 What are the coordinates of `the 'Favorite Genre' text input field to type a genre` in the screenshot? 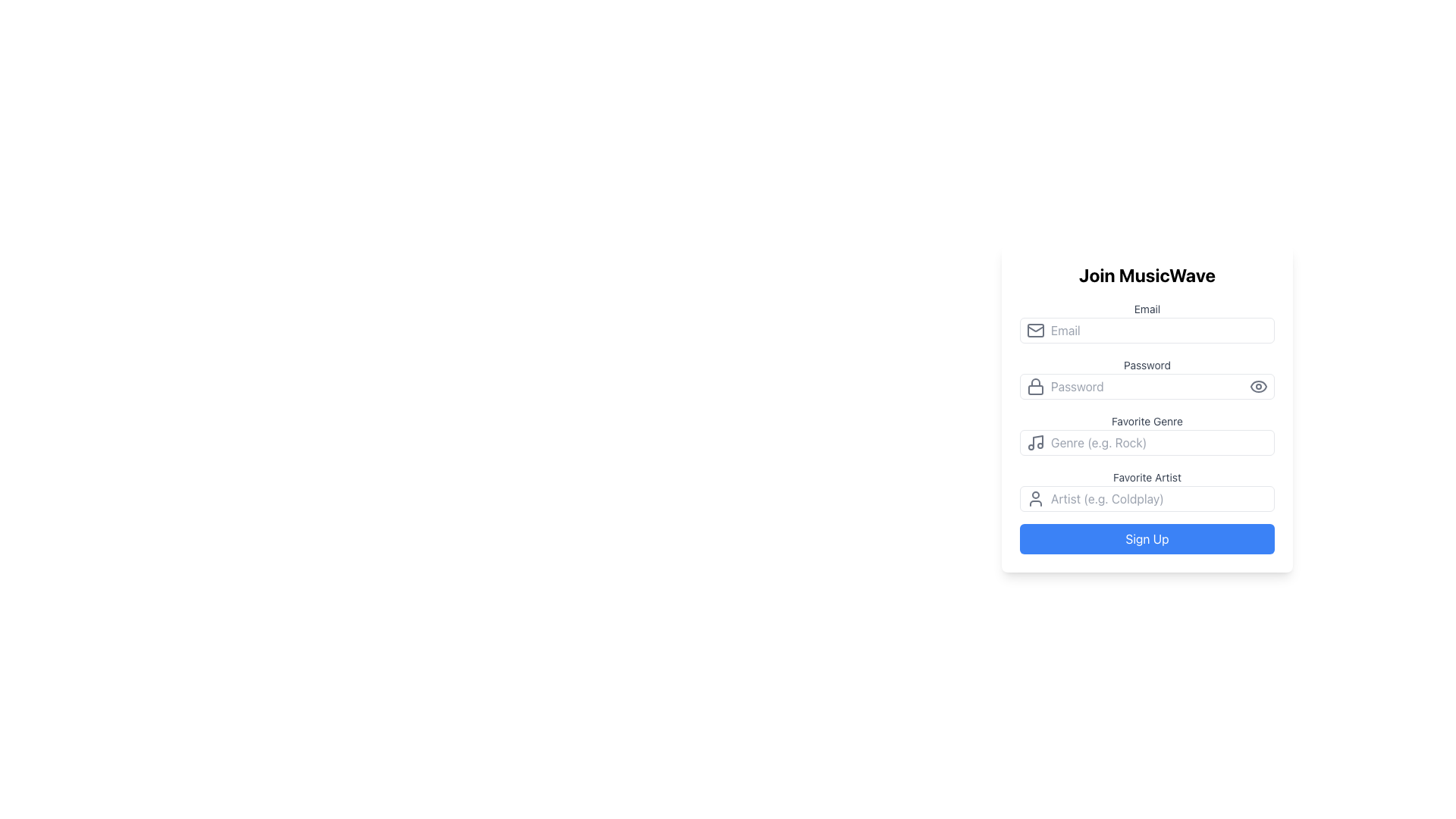 It's located at (1147, 433).